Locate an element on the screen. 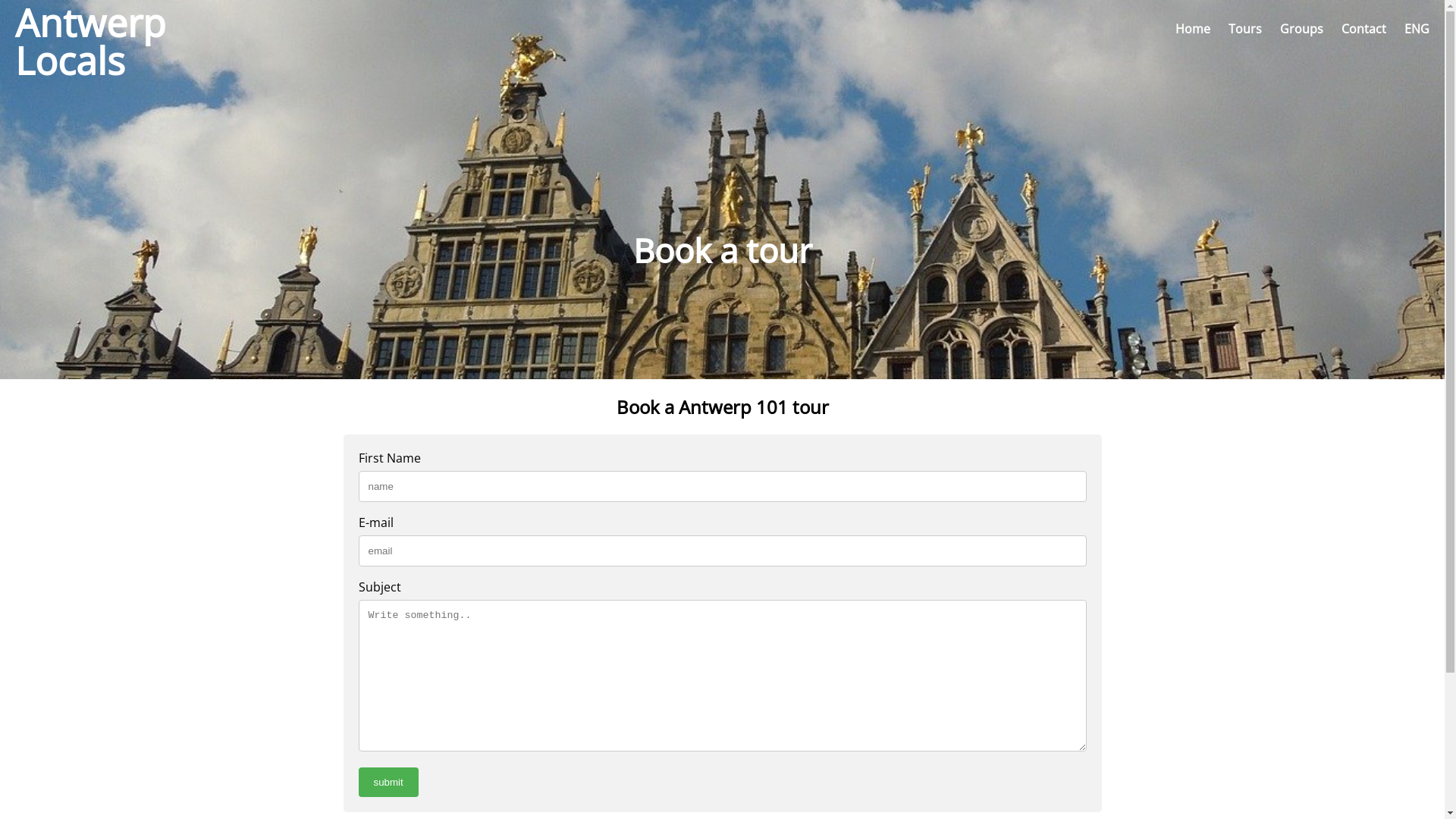  'Groups' is located at coordinates (1301, 29).